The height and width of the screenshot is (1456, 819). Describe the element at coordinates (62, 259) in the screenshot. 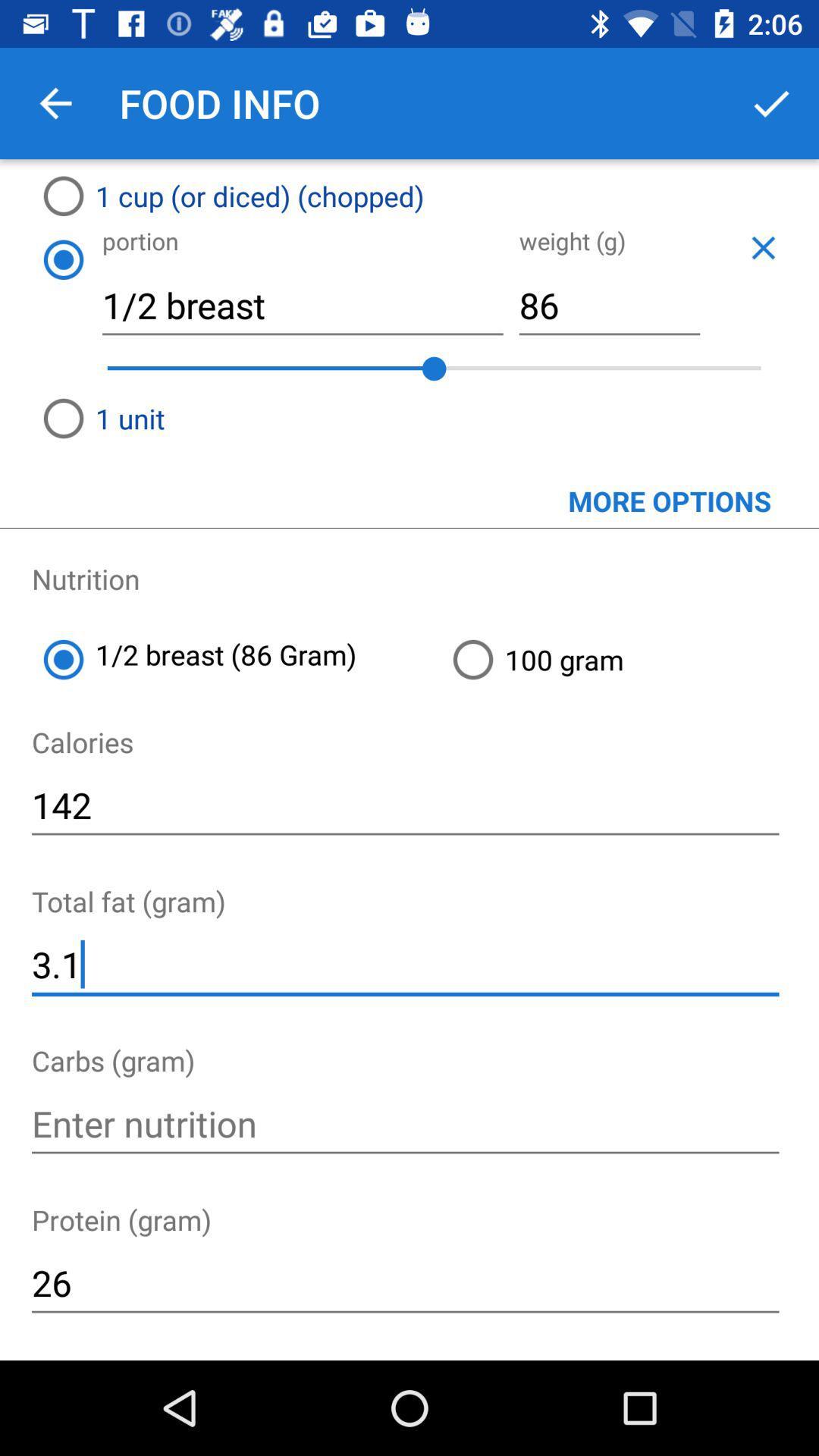

I see `portion option` at that location.